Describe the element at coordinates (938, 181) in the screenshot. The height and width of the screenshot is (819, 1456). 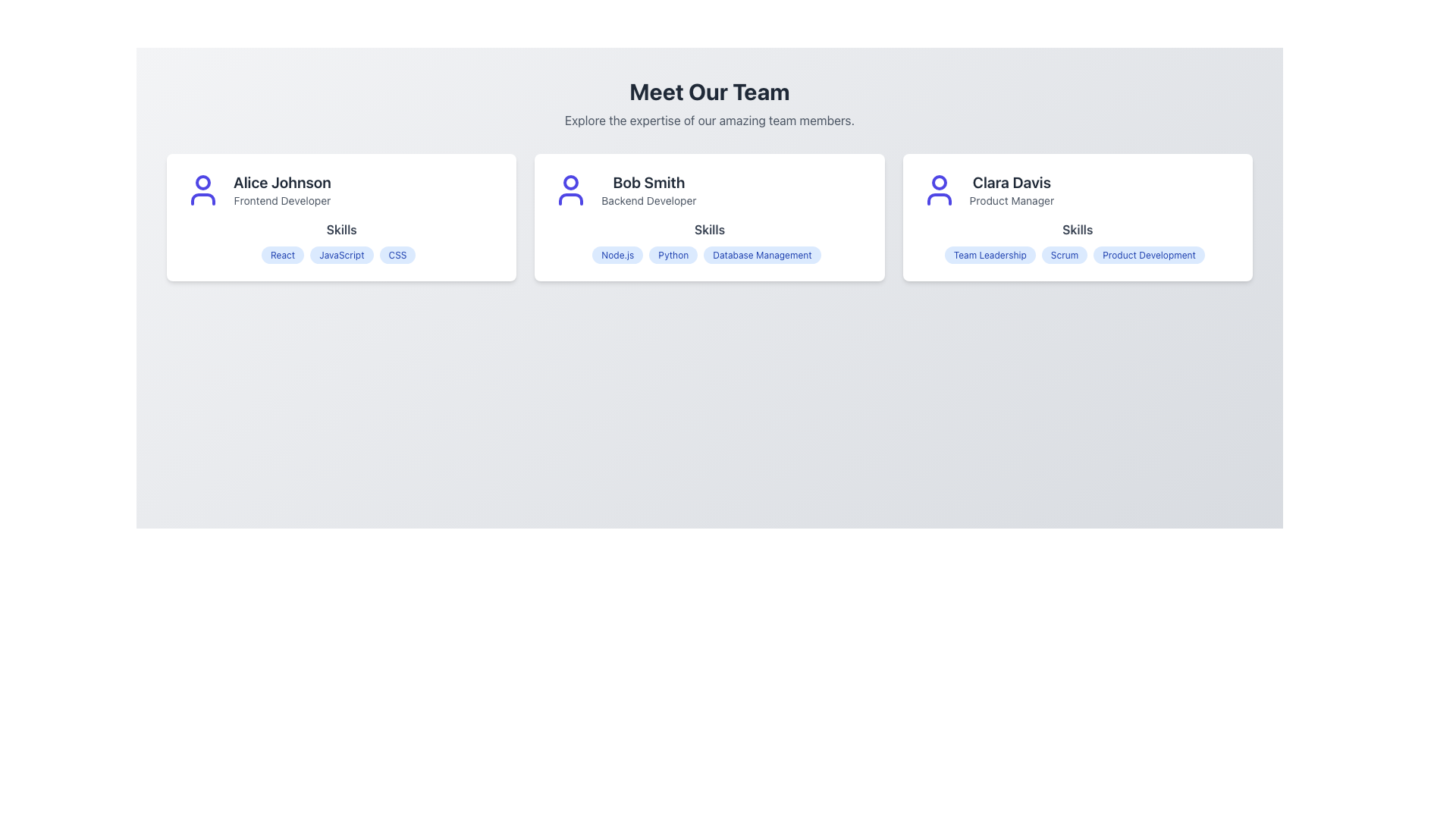
I see `the small circular graphic shape located at the center of the head portion of the avatar icon representing Clara Davis, a Product Manager, in the top-left corner of the third card from the left` at that location.